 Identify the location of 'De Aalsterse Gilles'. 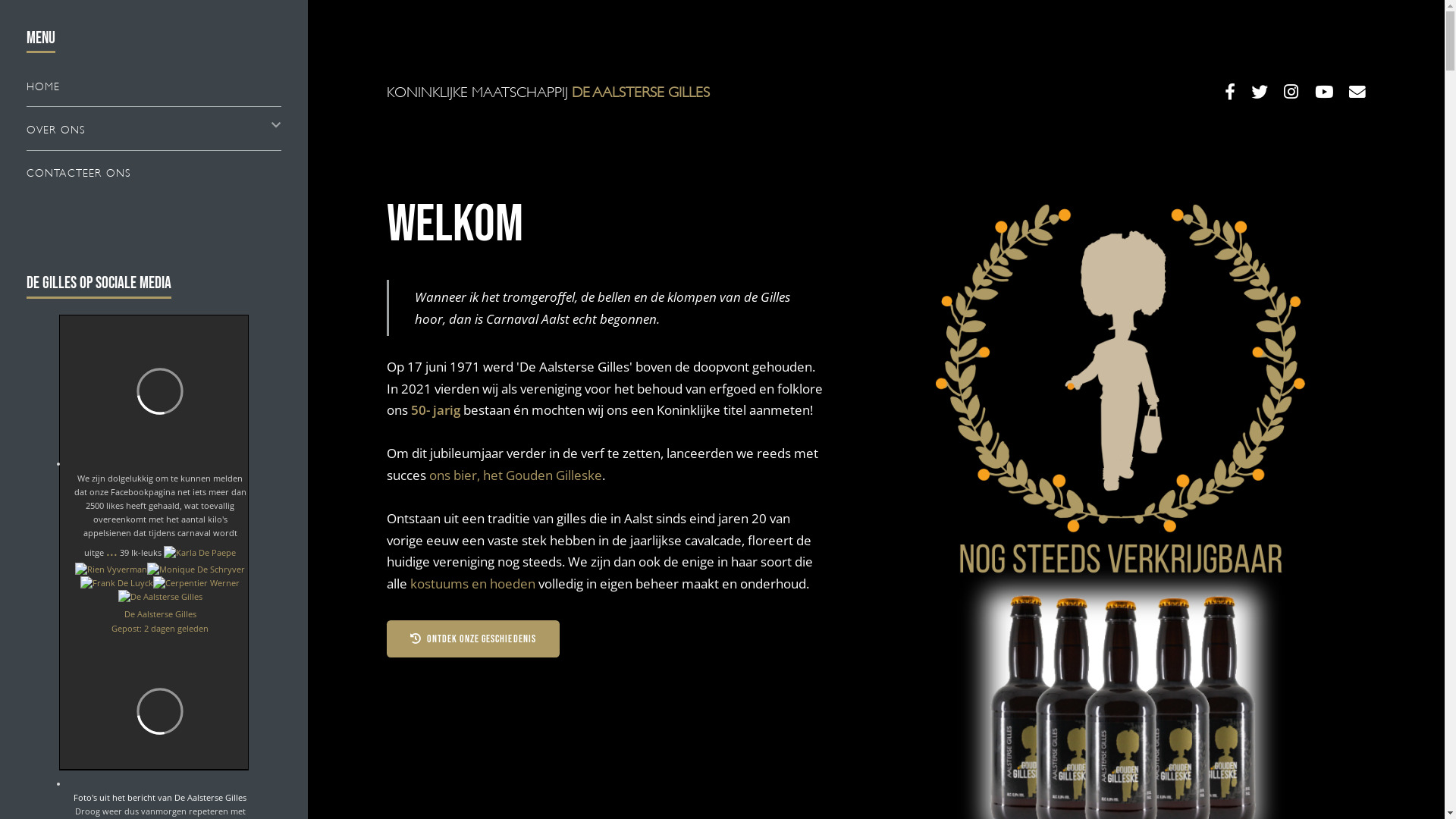
(124, 613).